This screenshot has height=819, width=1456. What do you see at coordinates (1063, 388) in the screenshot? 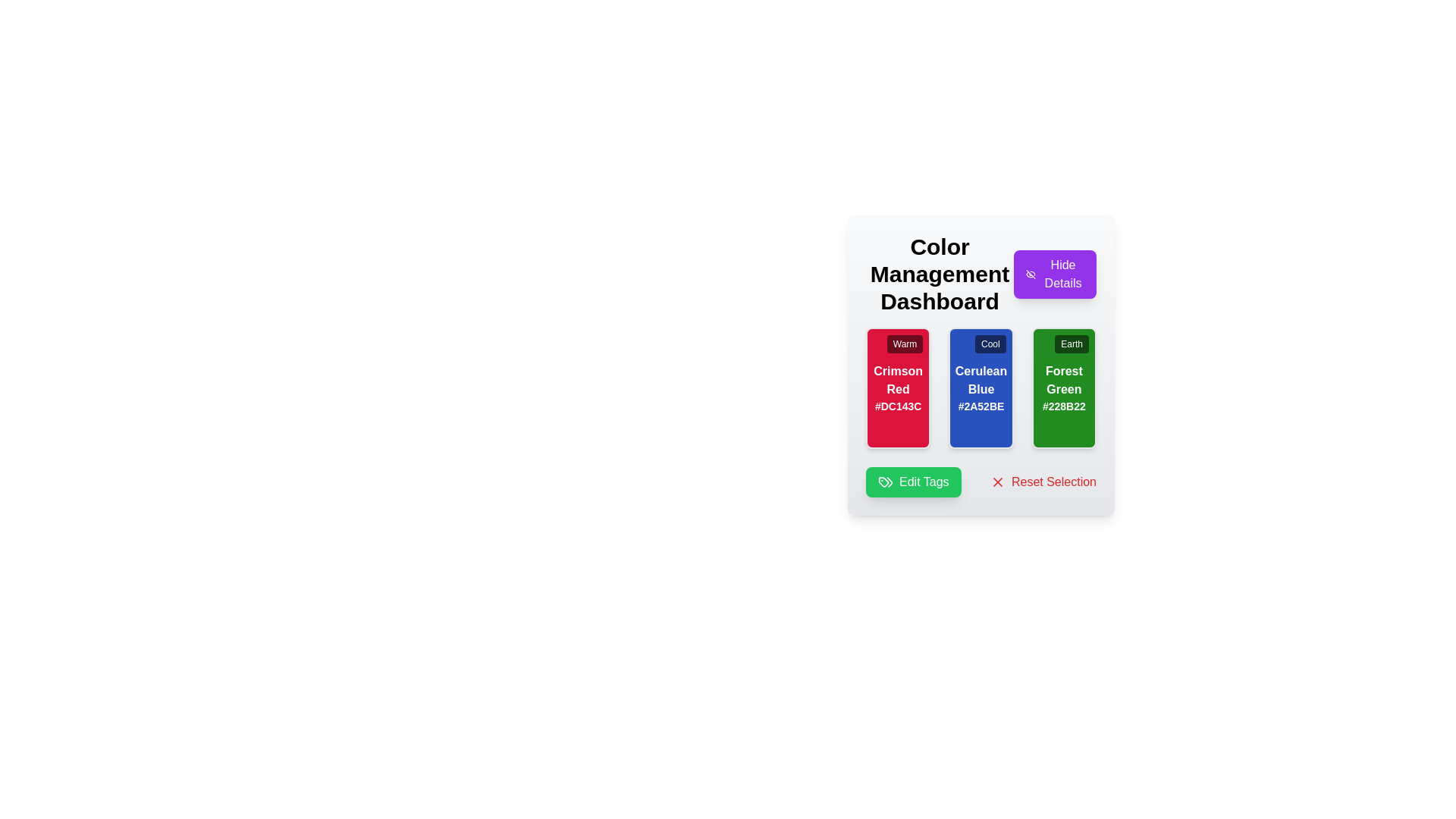
I see `A color swatch component with a green background, white border, and three textual sections including 'Earth', 'Forest Green', and '#228B22'` at bounding box center [1063, 388].